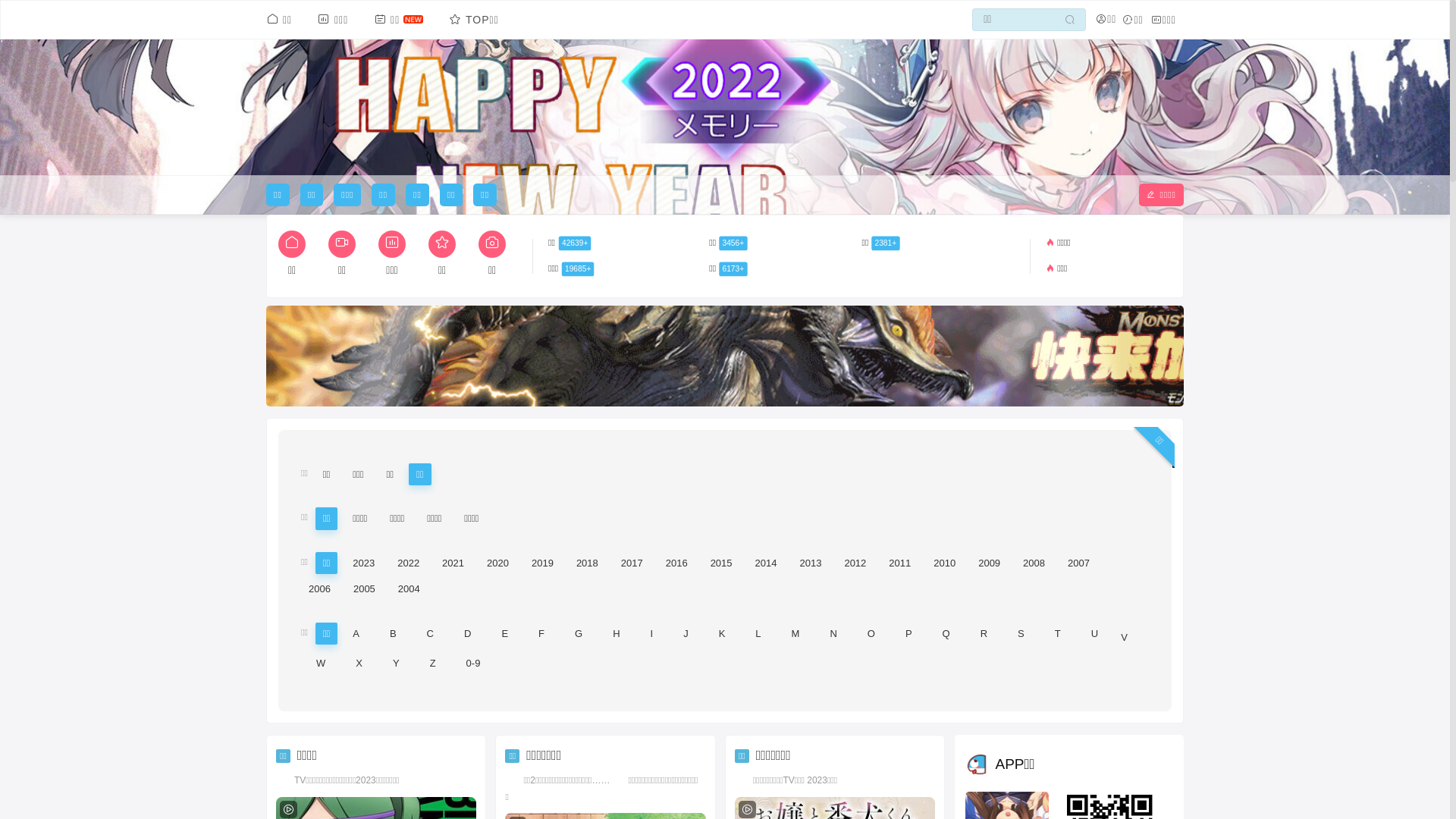  I want to click on 'D', so click(455, 633).